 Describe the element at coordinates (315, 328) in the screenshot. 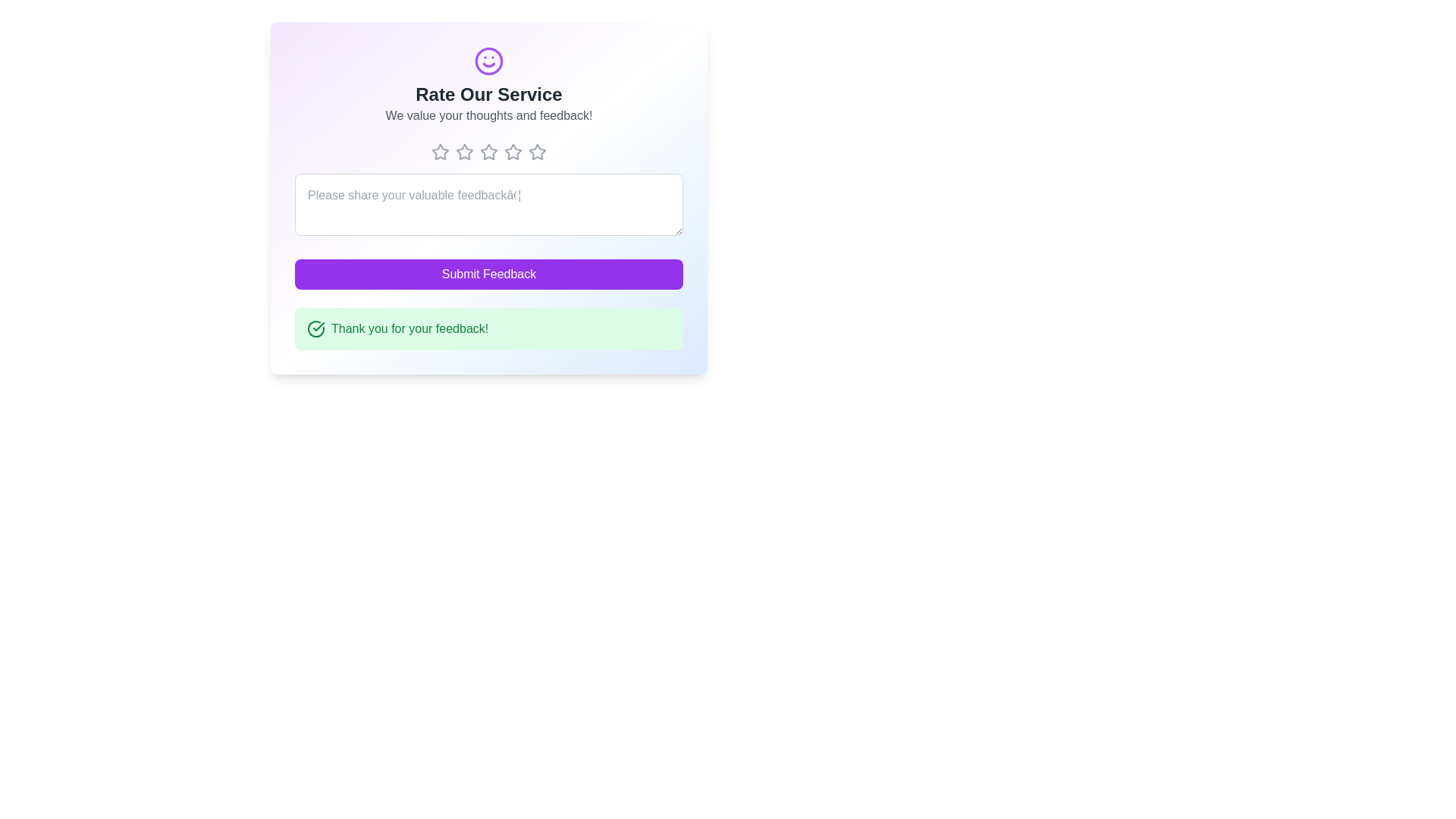

I see `the green stroke circular segment within the checkmark SVG icon located in the lower-left quadrant of the icon adjacent to the 'Thank you for your feedback!' text` at that location.